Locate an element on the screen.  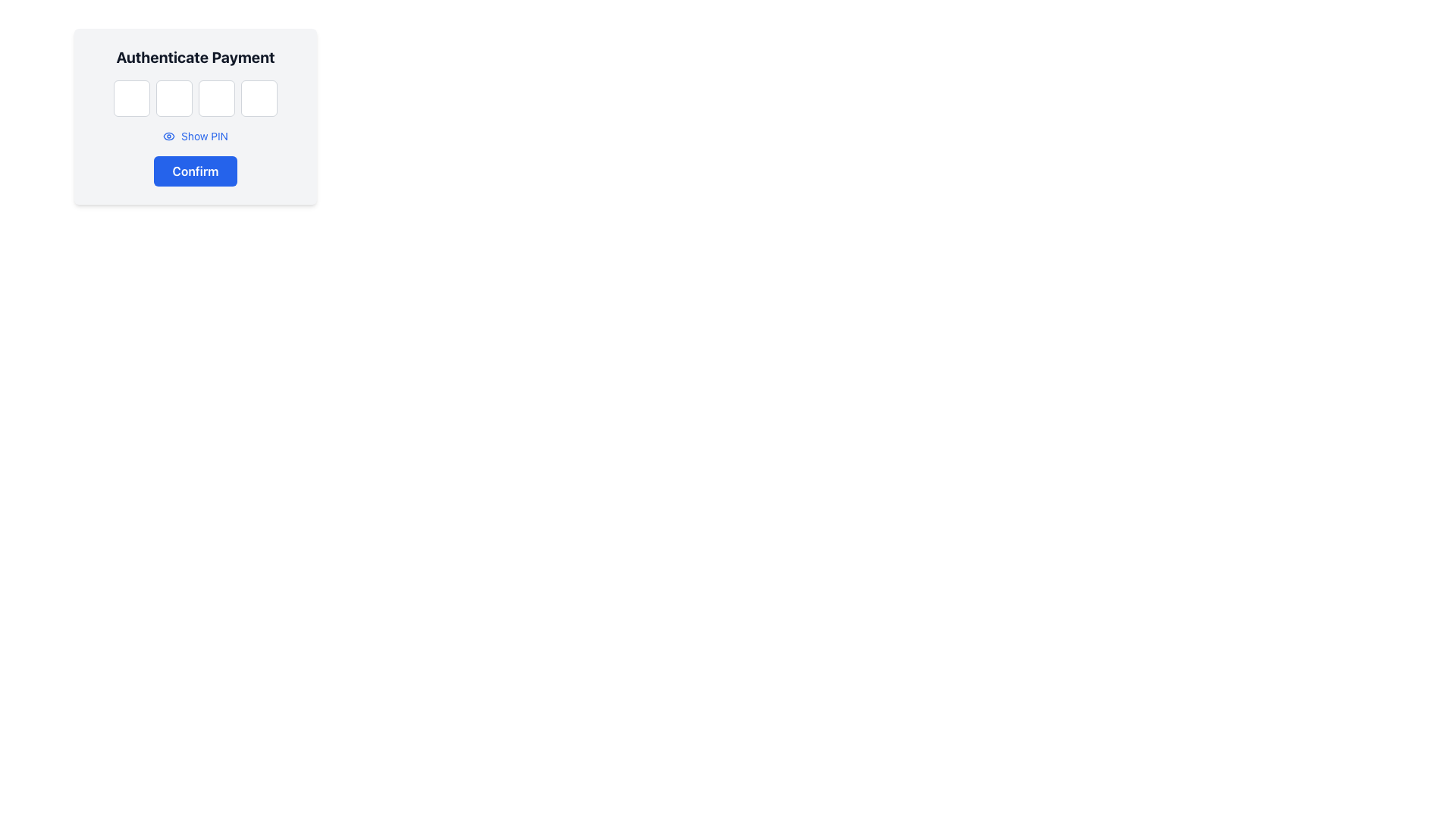
the third password input field in the 'Authenticate Payment' modal to focus on it is located at coordinates (216, 99).